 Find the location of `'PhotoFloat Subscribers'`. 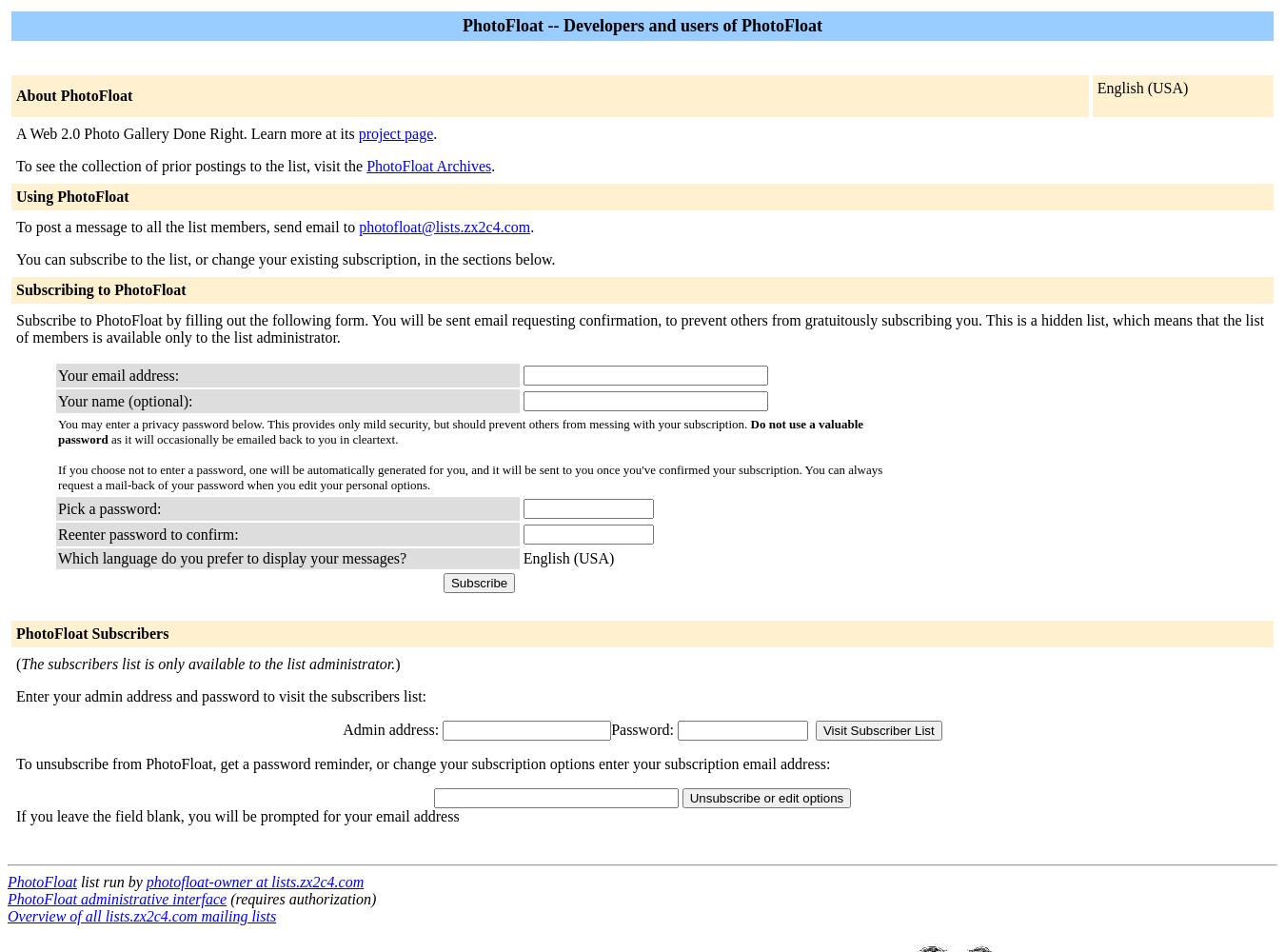

'PhotoFloat Subscribers' is located at coordinates (91, 633).